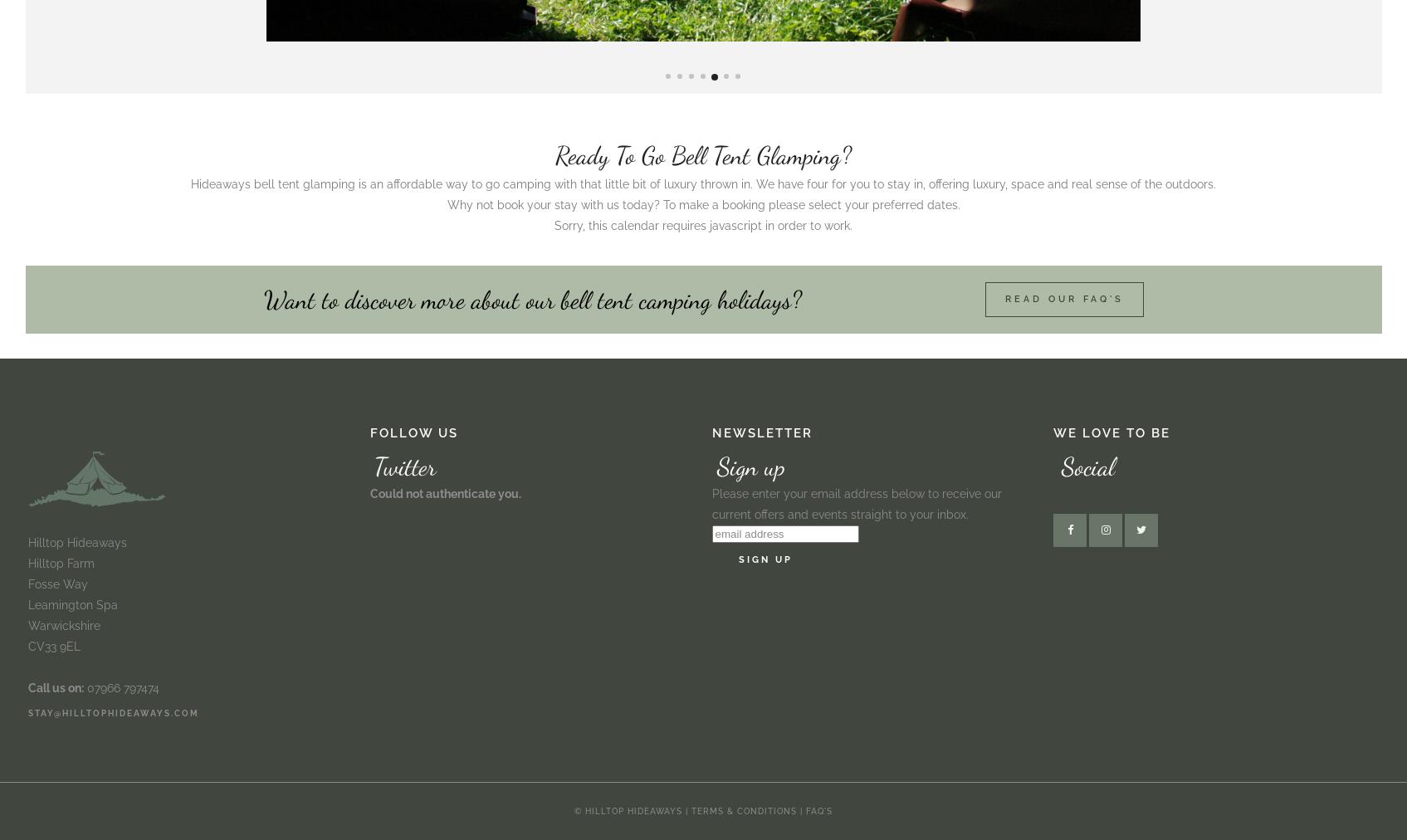 The height and width of the screenshot is (840, 1407). What do you see at coordinates (76, 542) in the screenshot?
I see `'Hilltop Hideaways'` at bounding box center [76, 542].